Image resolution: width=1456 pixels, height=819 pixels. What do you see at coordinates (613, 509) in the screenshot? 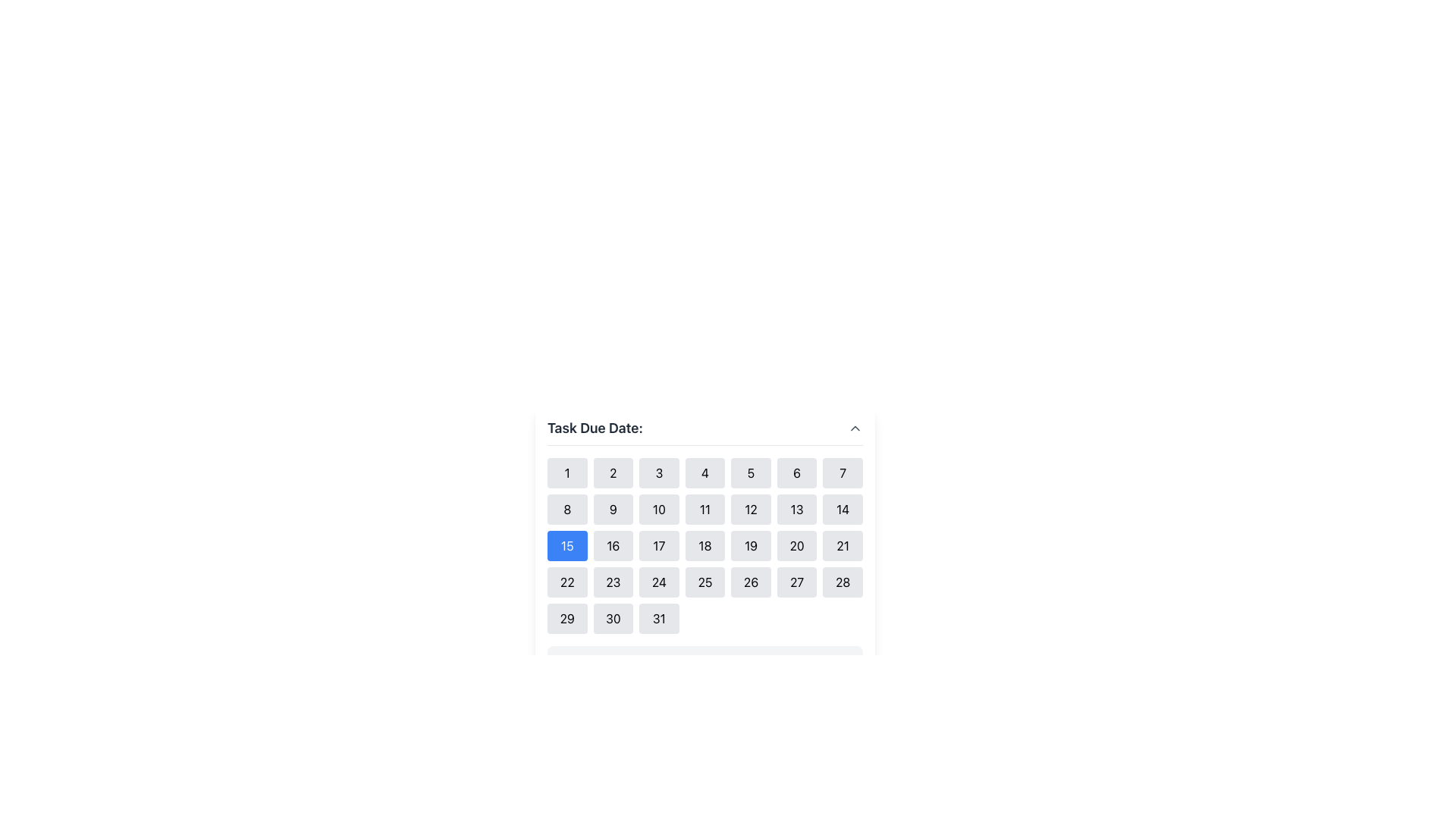
I see `the button labeled '9' which is a small rectangular button with rounded corners and a light gray background, located in the second row and second column of the calendar grid layout` at bounding box center [613, 509].